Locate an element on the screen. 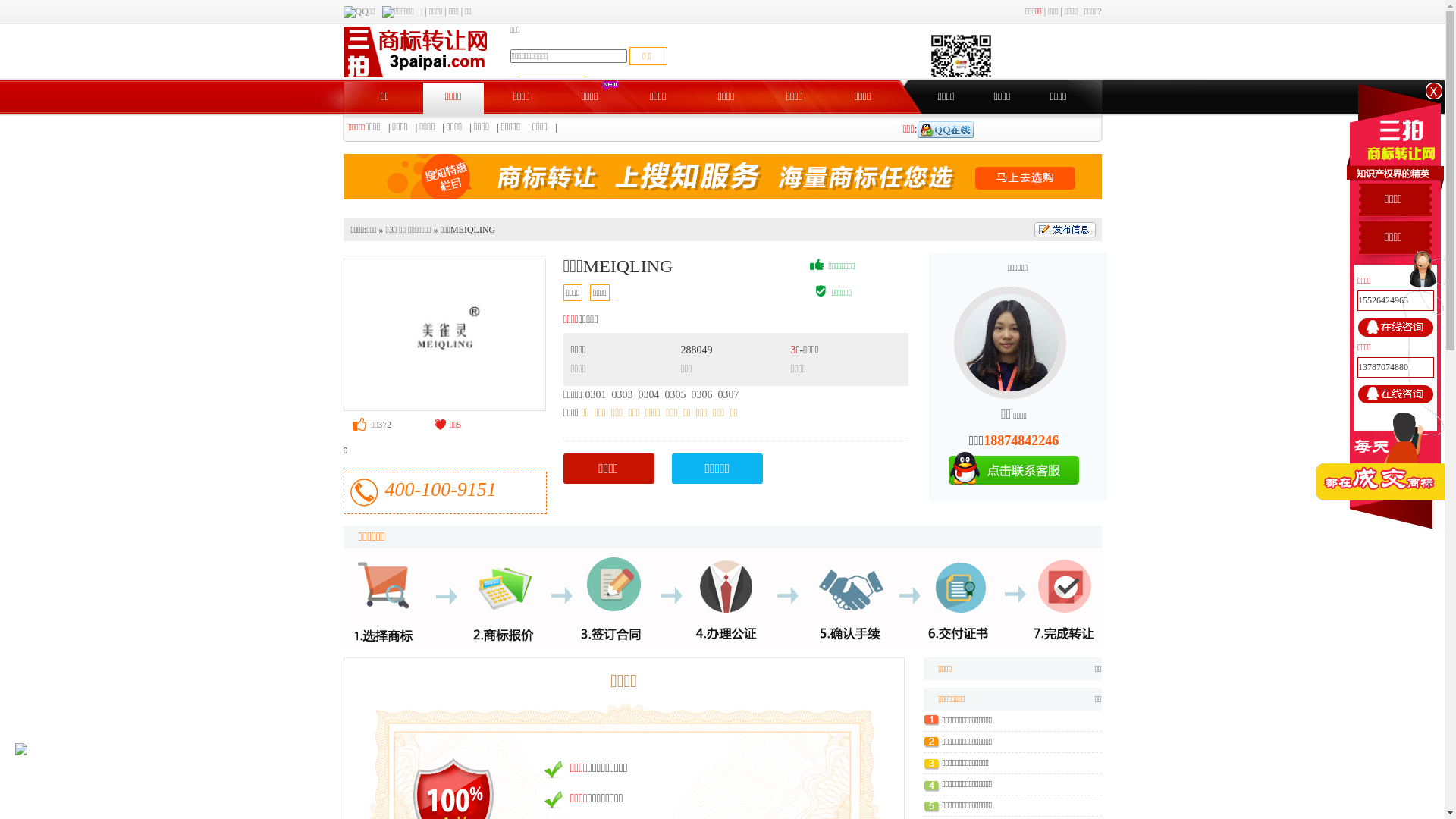 The width and height of the screenshot is (1456, 819). '0304' is located at coordinates (648, 394).